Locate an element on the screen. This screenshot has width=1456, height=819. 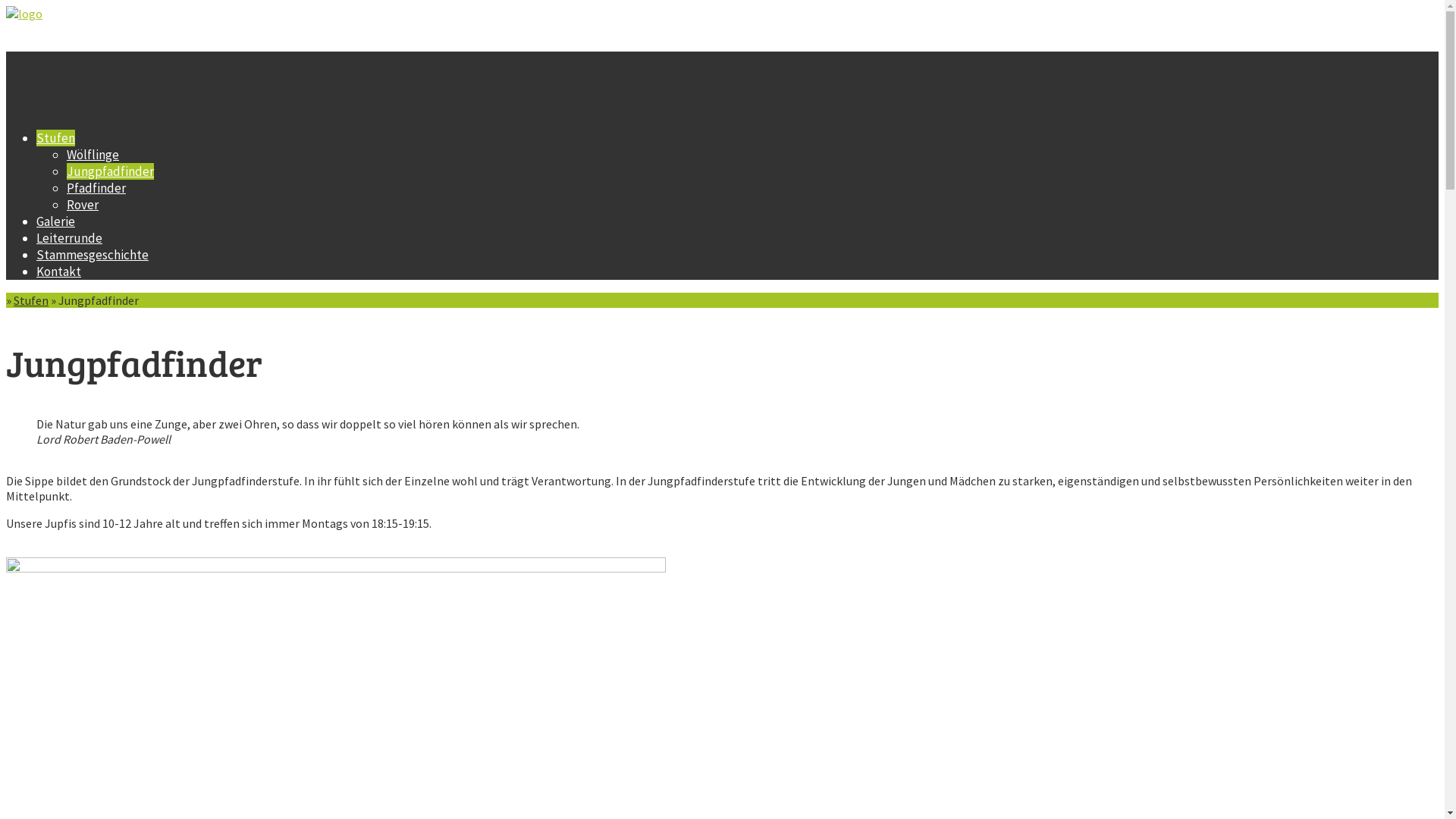
'Rover' is located at coordinates (82, 205).